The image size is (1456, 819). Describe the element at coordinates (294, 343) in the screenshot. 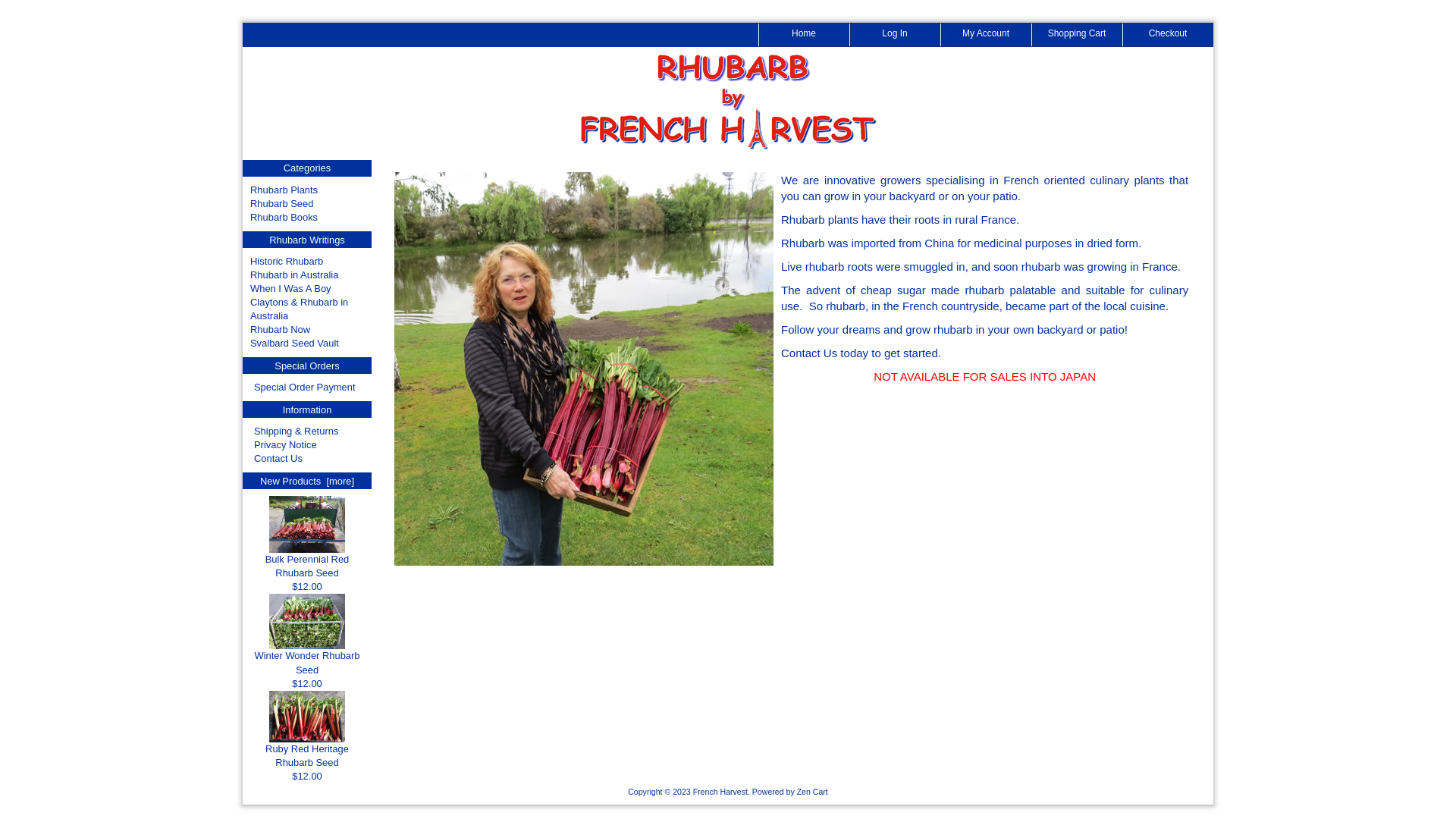

I see `'Svalbard Seed Vault'` at that location.